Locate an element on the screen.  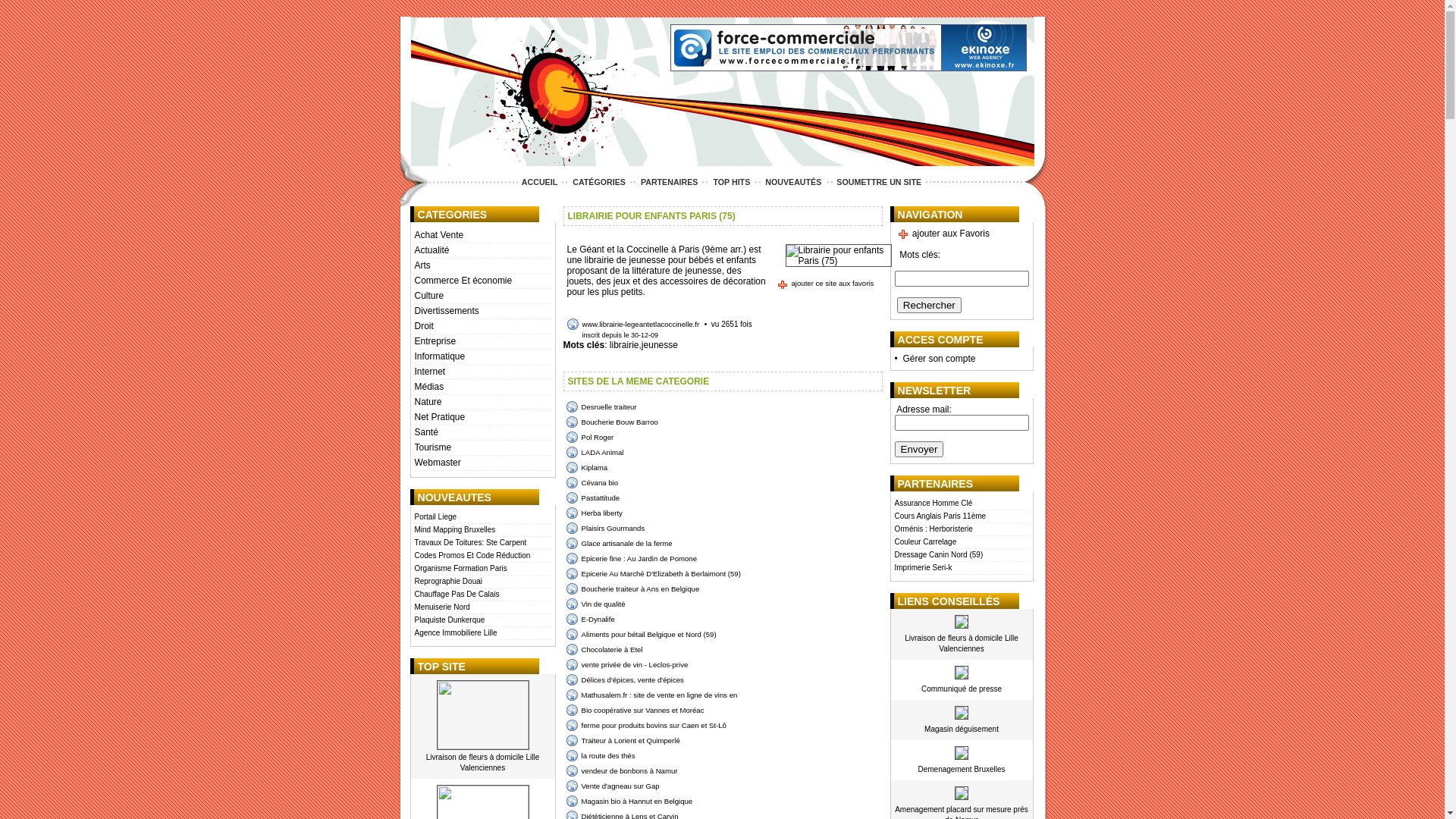
'Travaux De Toitures: Ste Carpent' is located at coordinates (481, 542).